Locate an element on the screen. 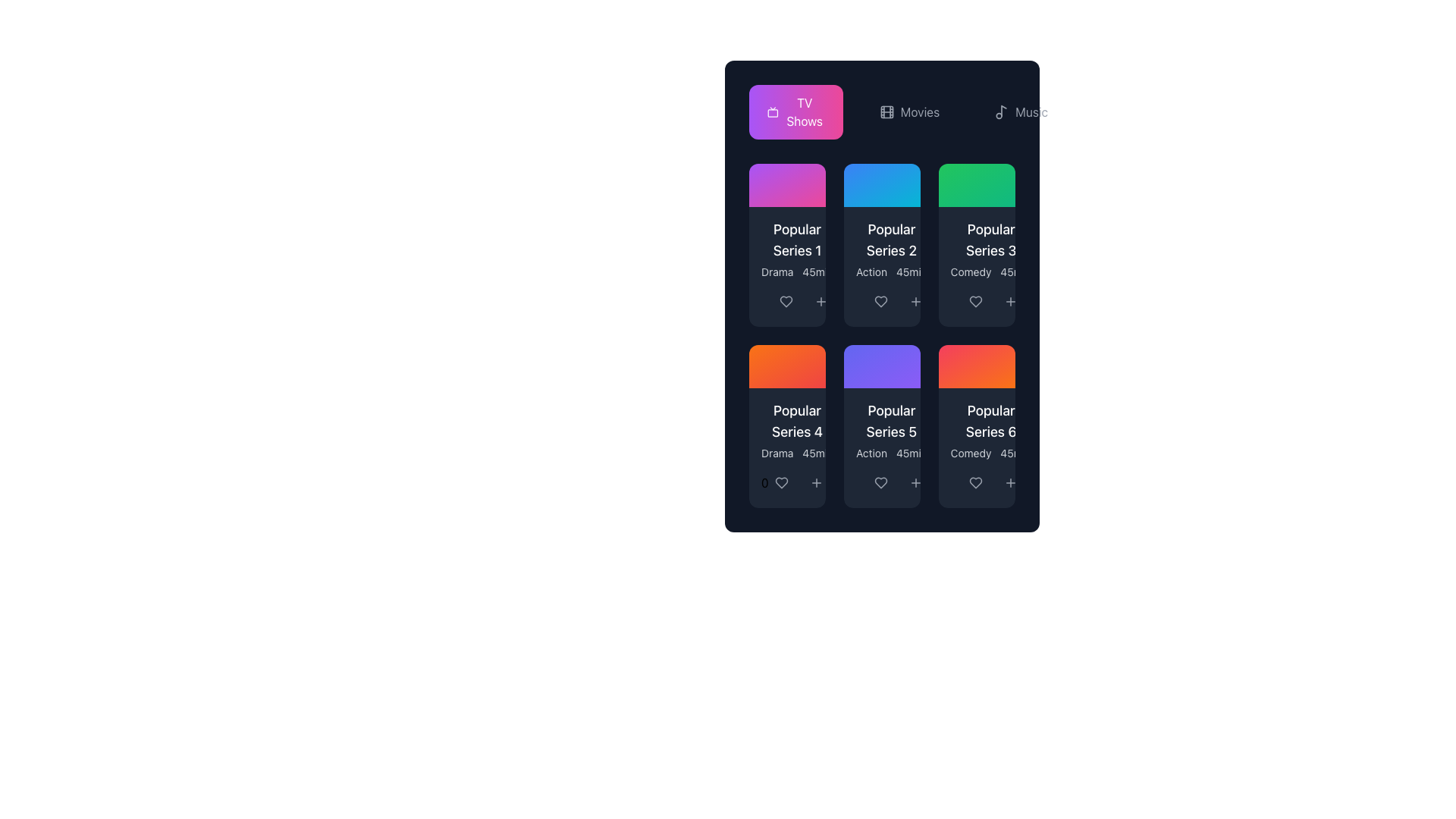 The width and height of the screenshot is (1456, 819). the heart-shaped icon in the 'Popular Series 5' section is located at coordinates (880, 482).